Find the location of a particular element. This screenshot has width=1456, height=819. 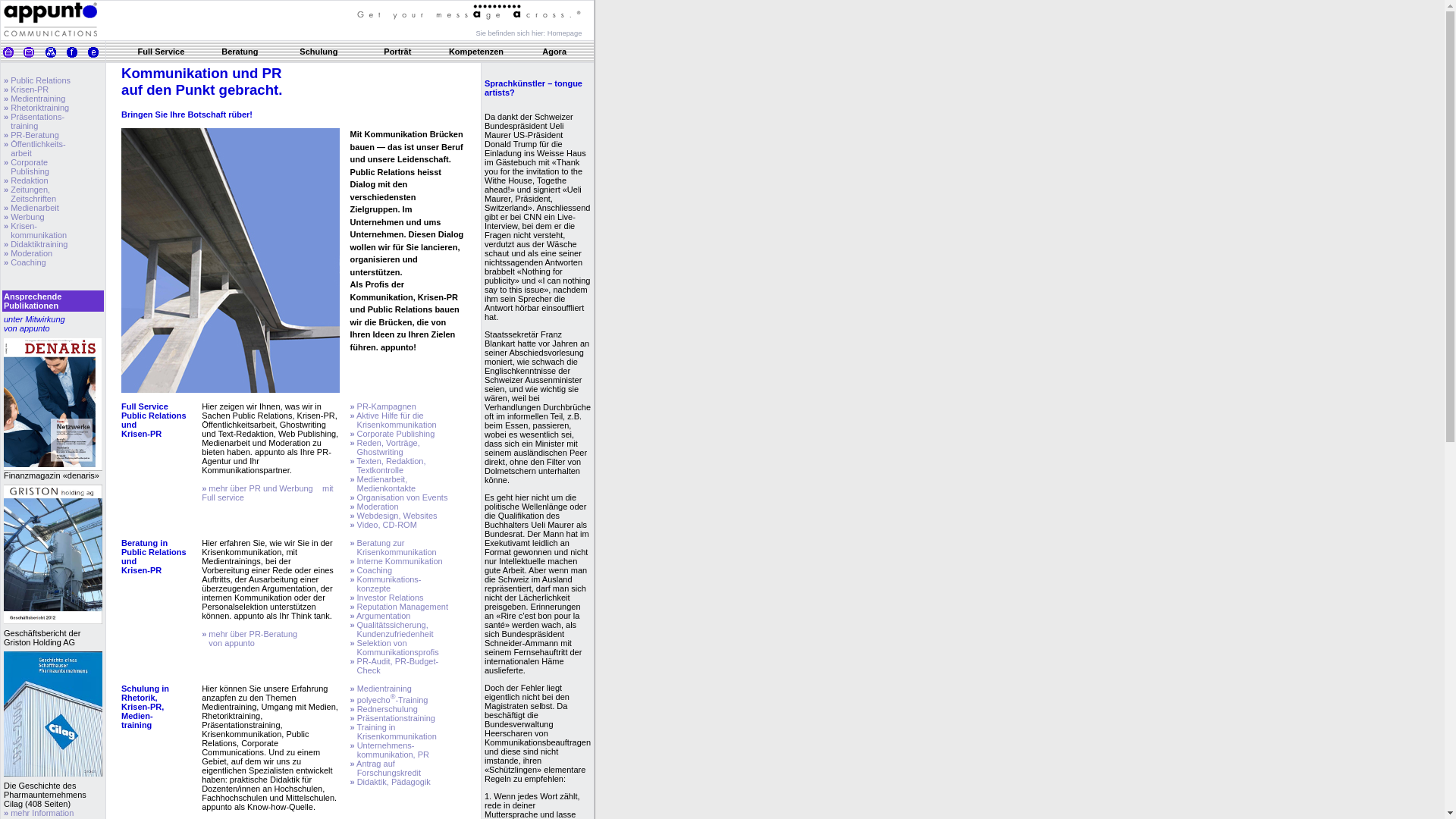

' Redaktion' is located at coordinates (28, 180).